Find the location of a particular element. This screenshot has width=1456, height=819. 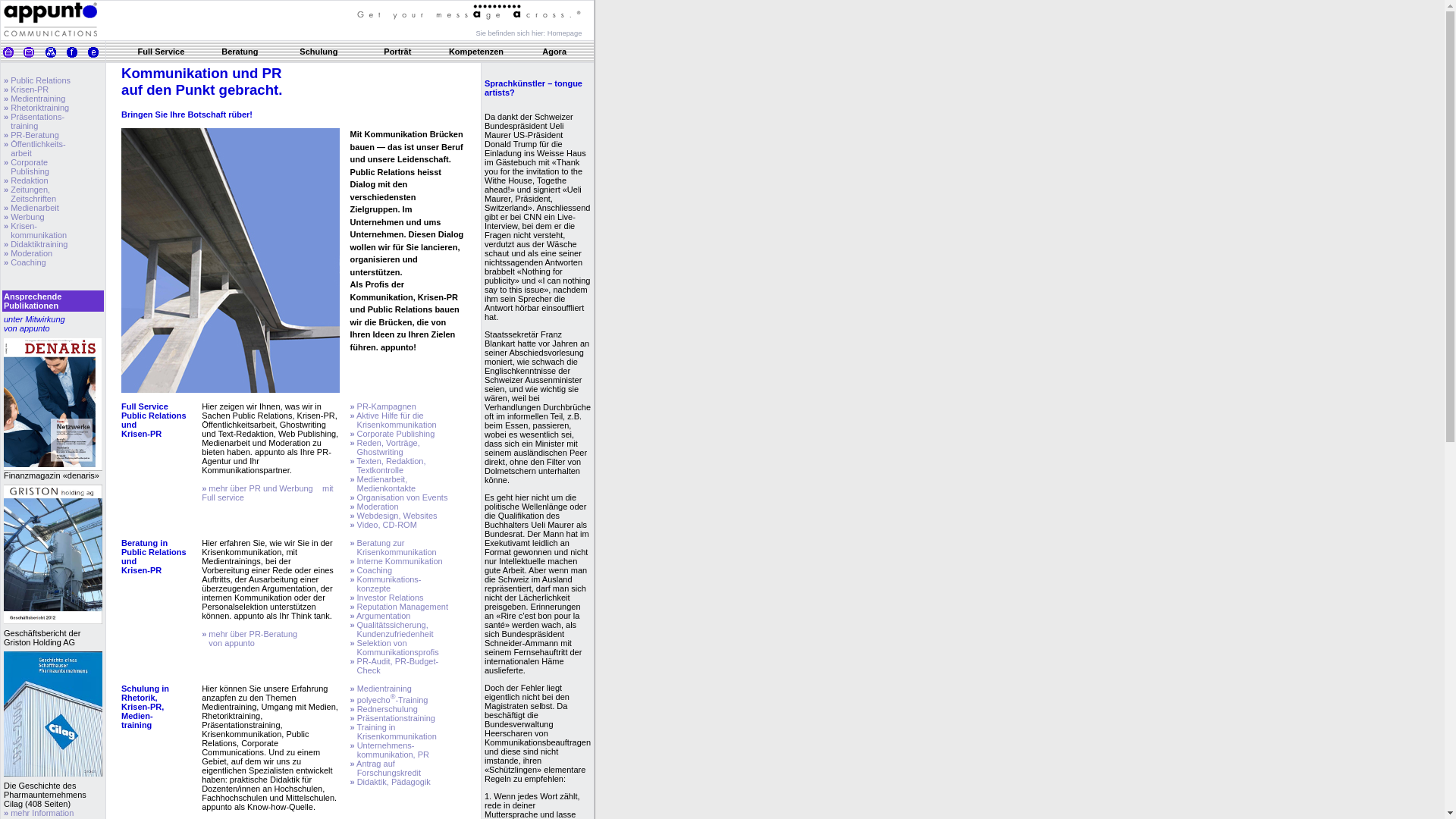

' Redaktion' is located at coordinates (28, 180).